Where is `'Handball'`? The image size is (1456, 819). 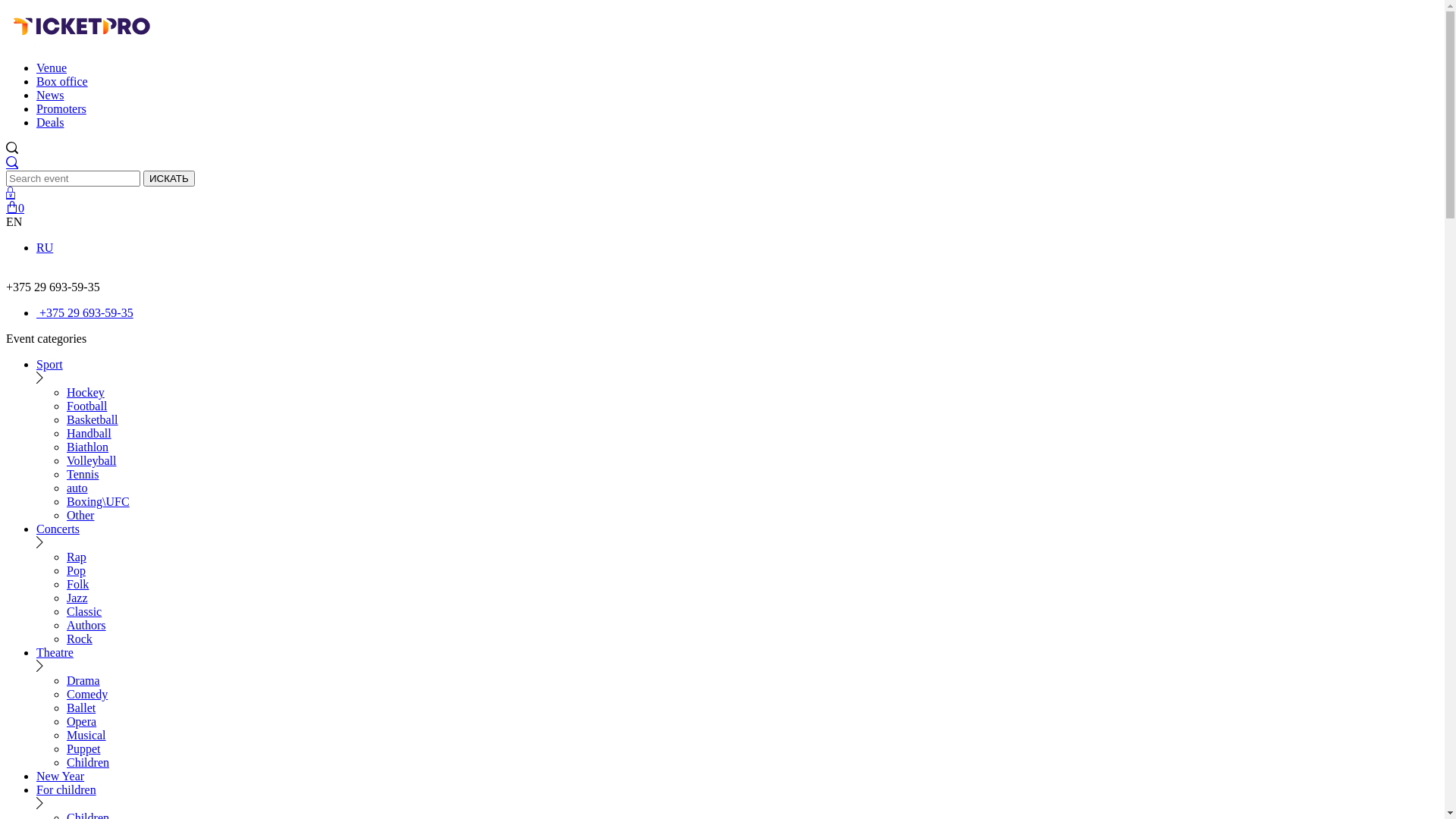 'Handball' is located at coordinates (88, 433).